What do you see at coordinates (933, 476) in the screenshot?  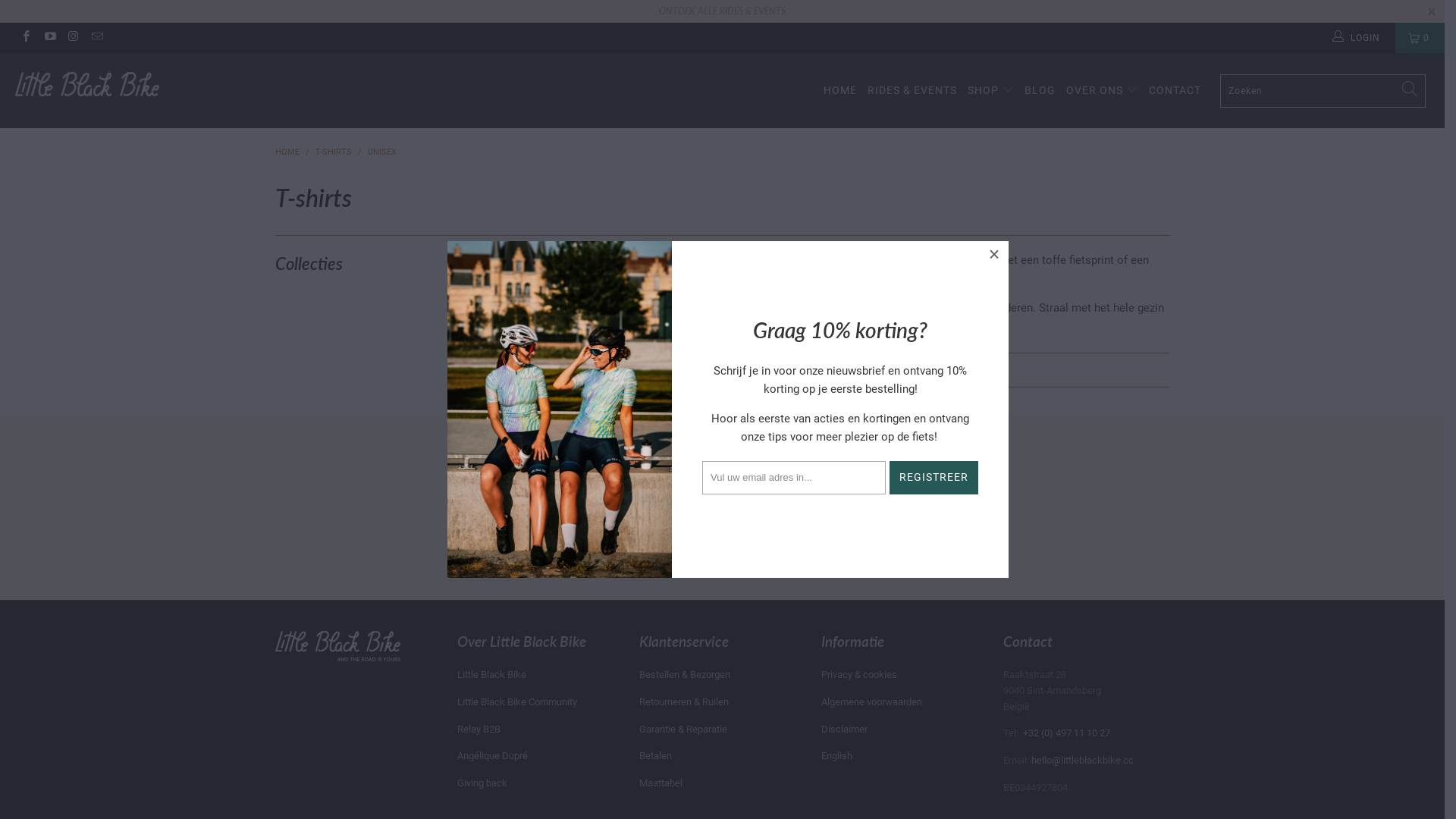 I see `'Registreer'` at bounding box center [933, 476].